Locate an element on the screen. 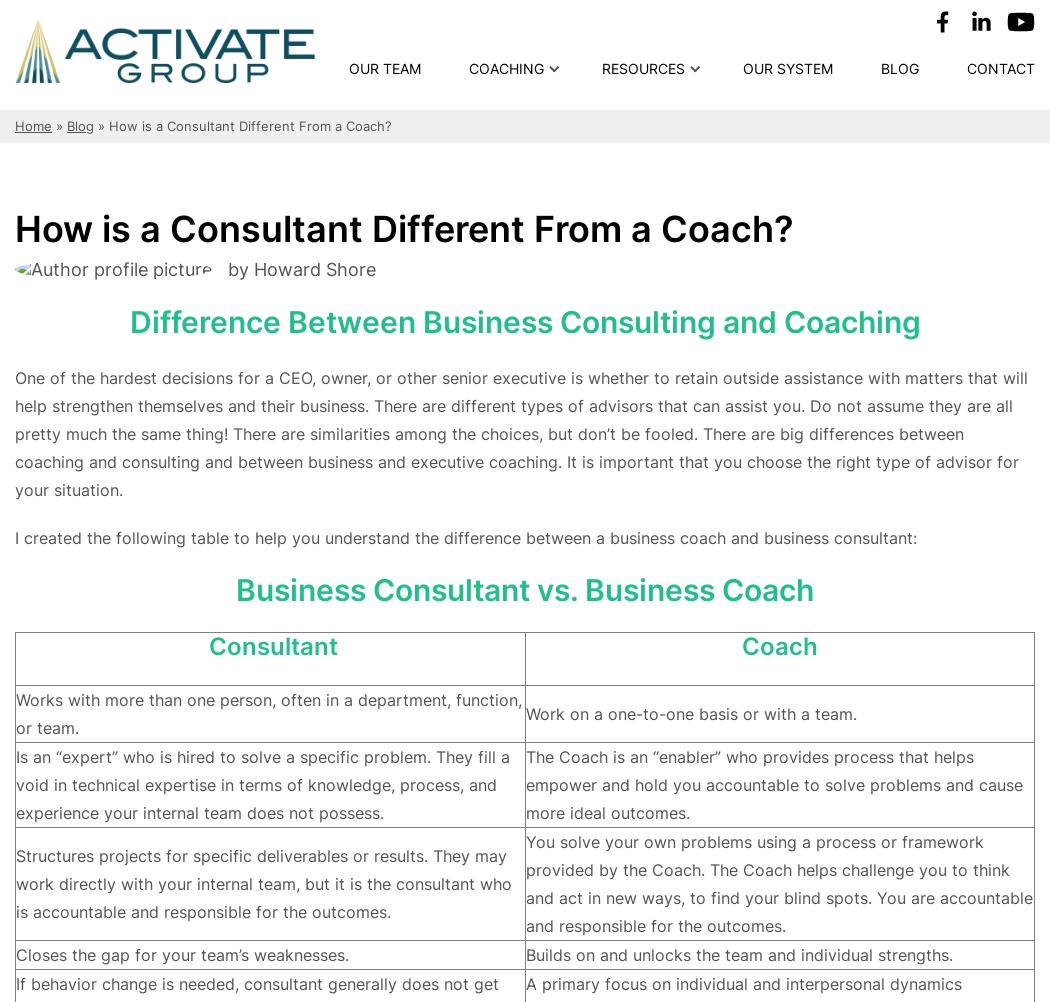 The width and height of the screenshot is (1050, 1002). 'The Coach is an “enabler” who provides process that helps empower and hold you accountable to solve problems and cause more ideal outcomes.' is located at coordinates (525, 782).